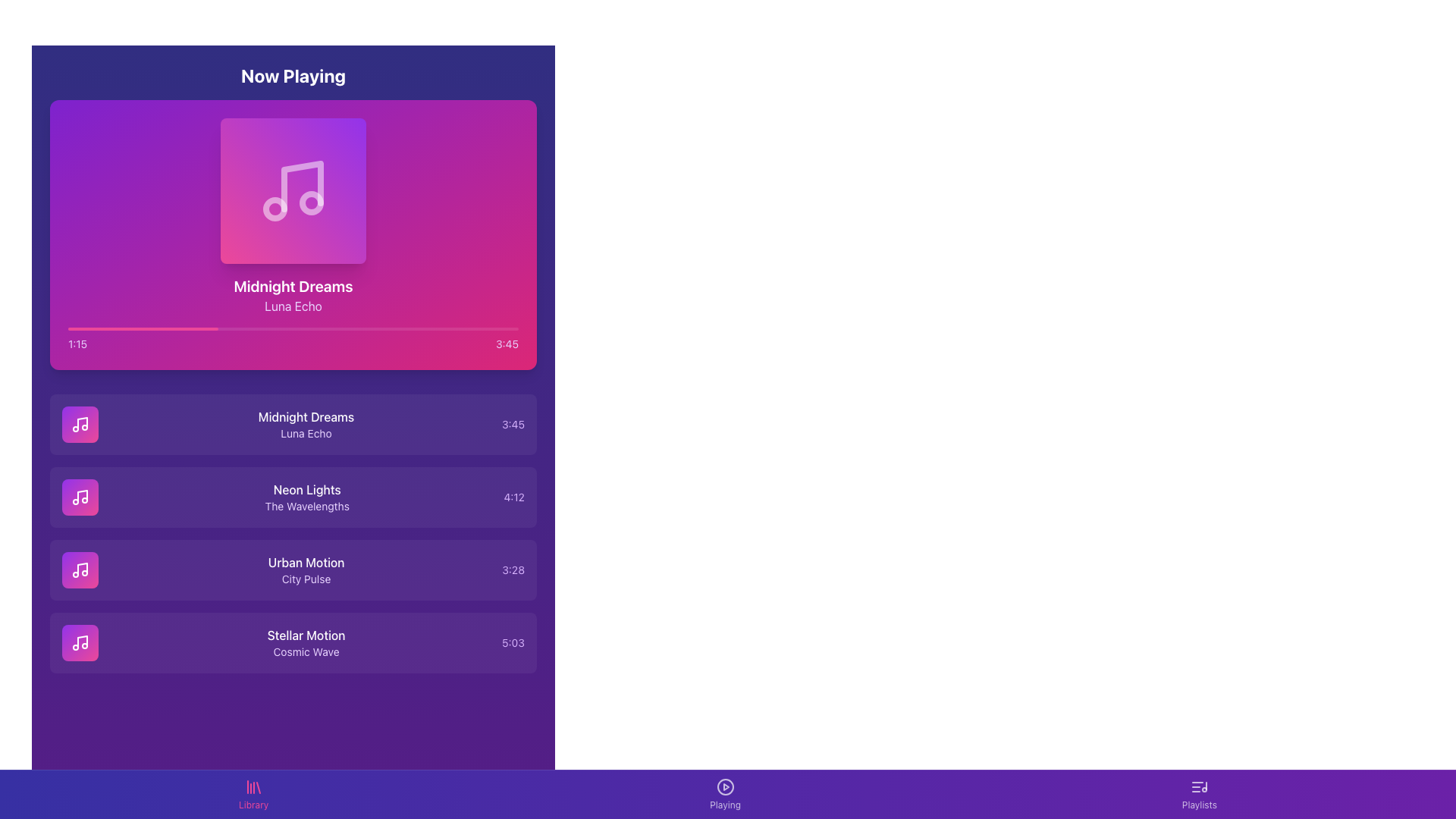  What do you see at coordinates (319, 328) in the screenshot?
I see `the playback progress` at bounding box center [319, 328].